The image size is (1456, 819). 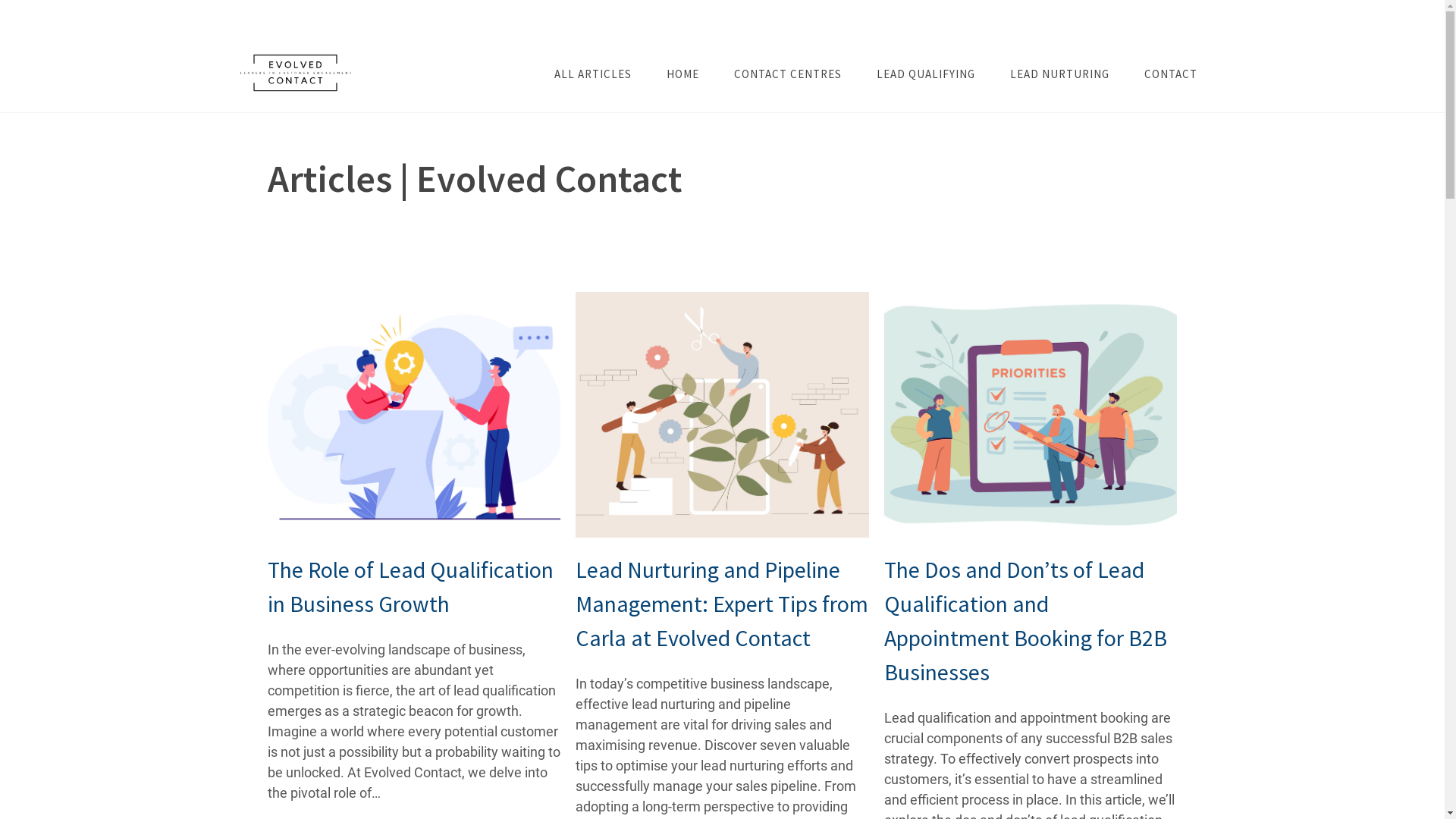 I want to click on 'CONTACT CENTRES', so click(x=787, y=74).